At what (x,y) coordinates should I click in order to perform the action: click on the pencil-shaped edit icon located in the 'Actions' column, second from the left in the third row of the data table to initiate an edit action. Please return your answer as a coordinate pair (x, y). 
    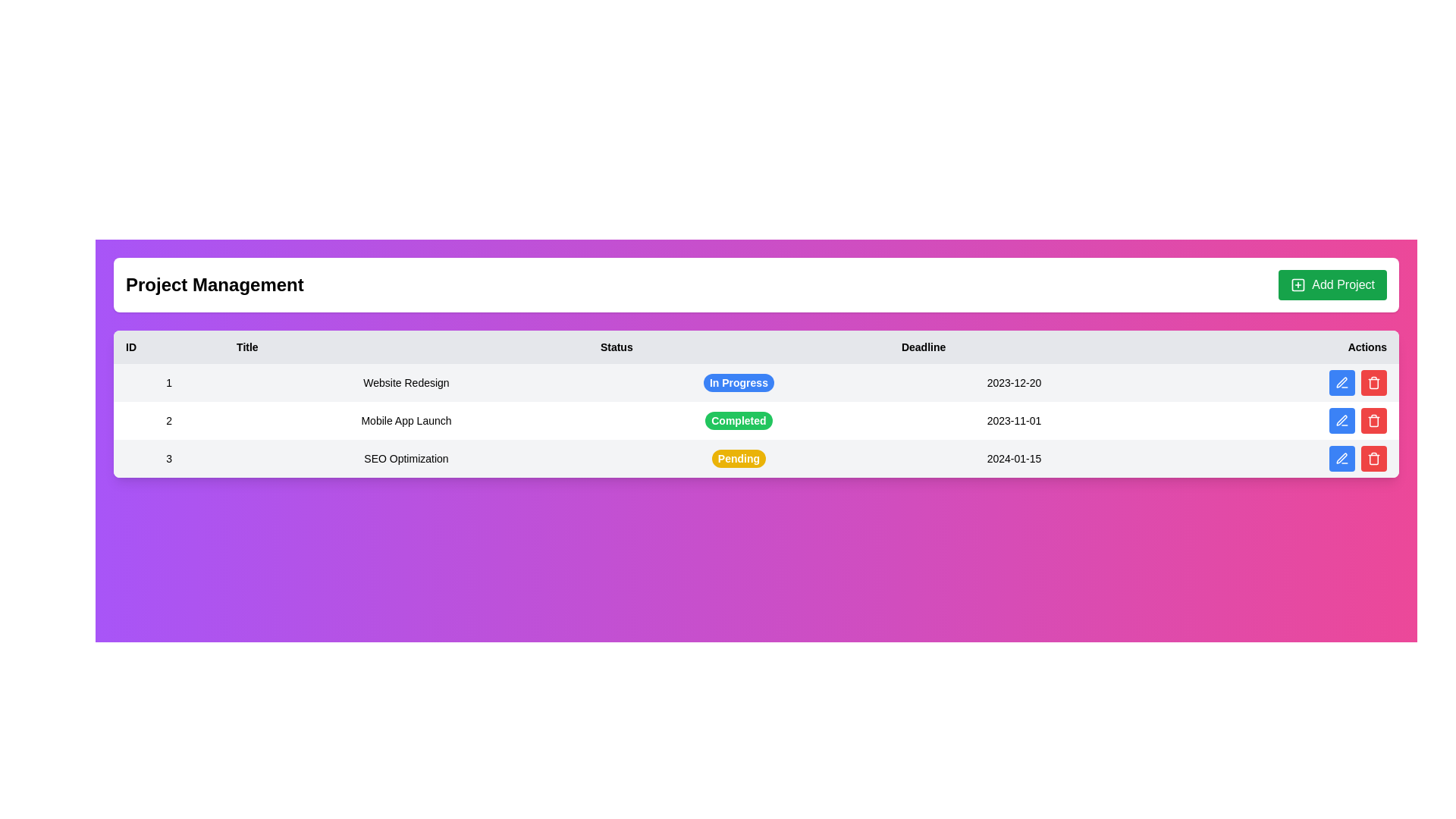
    Looking at the image, I should click on (1341, 420).